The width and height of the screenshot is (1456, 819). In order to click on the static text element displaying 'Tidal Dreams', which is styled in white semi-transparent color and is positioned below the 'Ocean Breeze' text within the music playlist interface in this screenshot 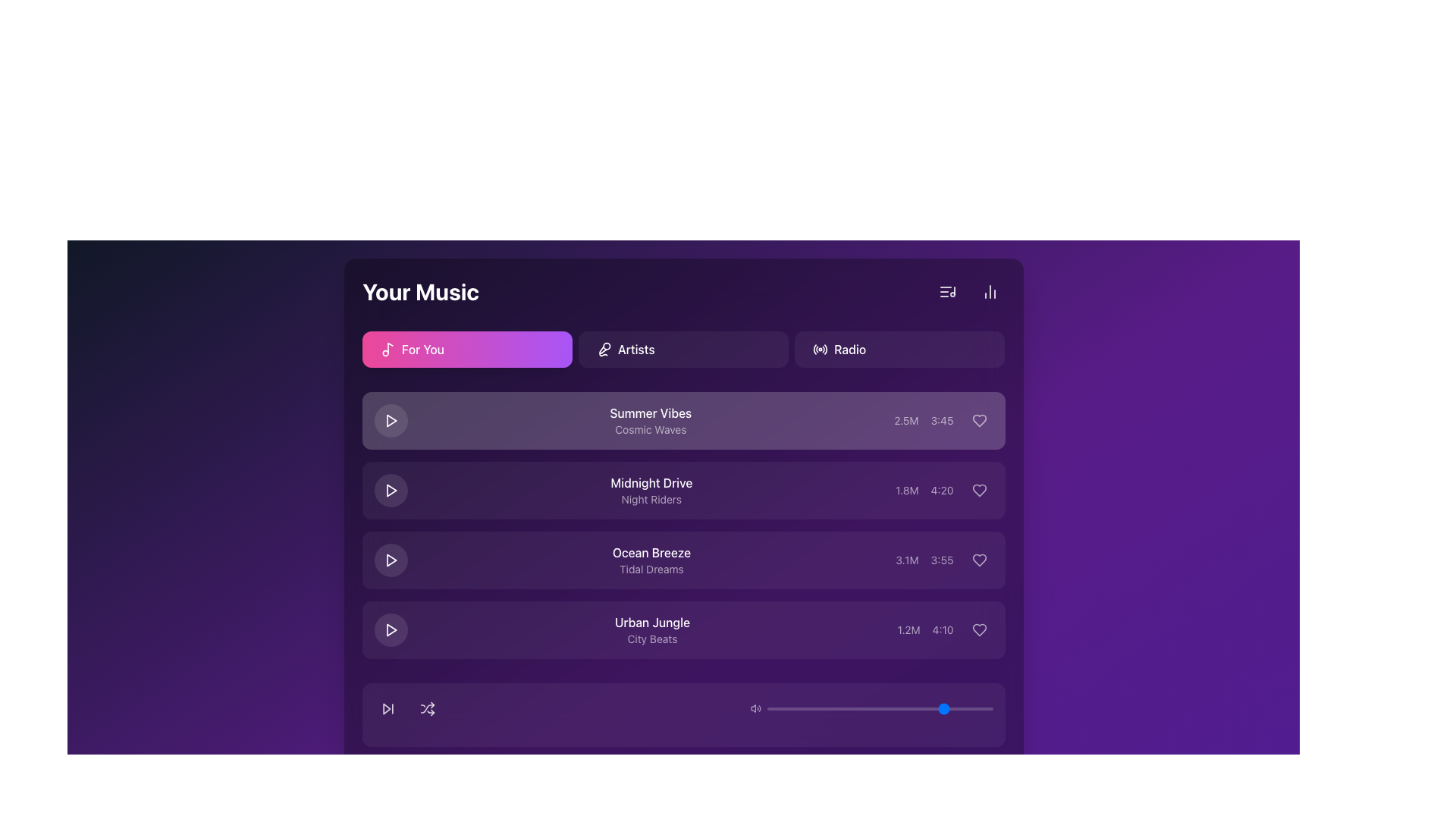, I will do `click(651, 570)`.